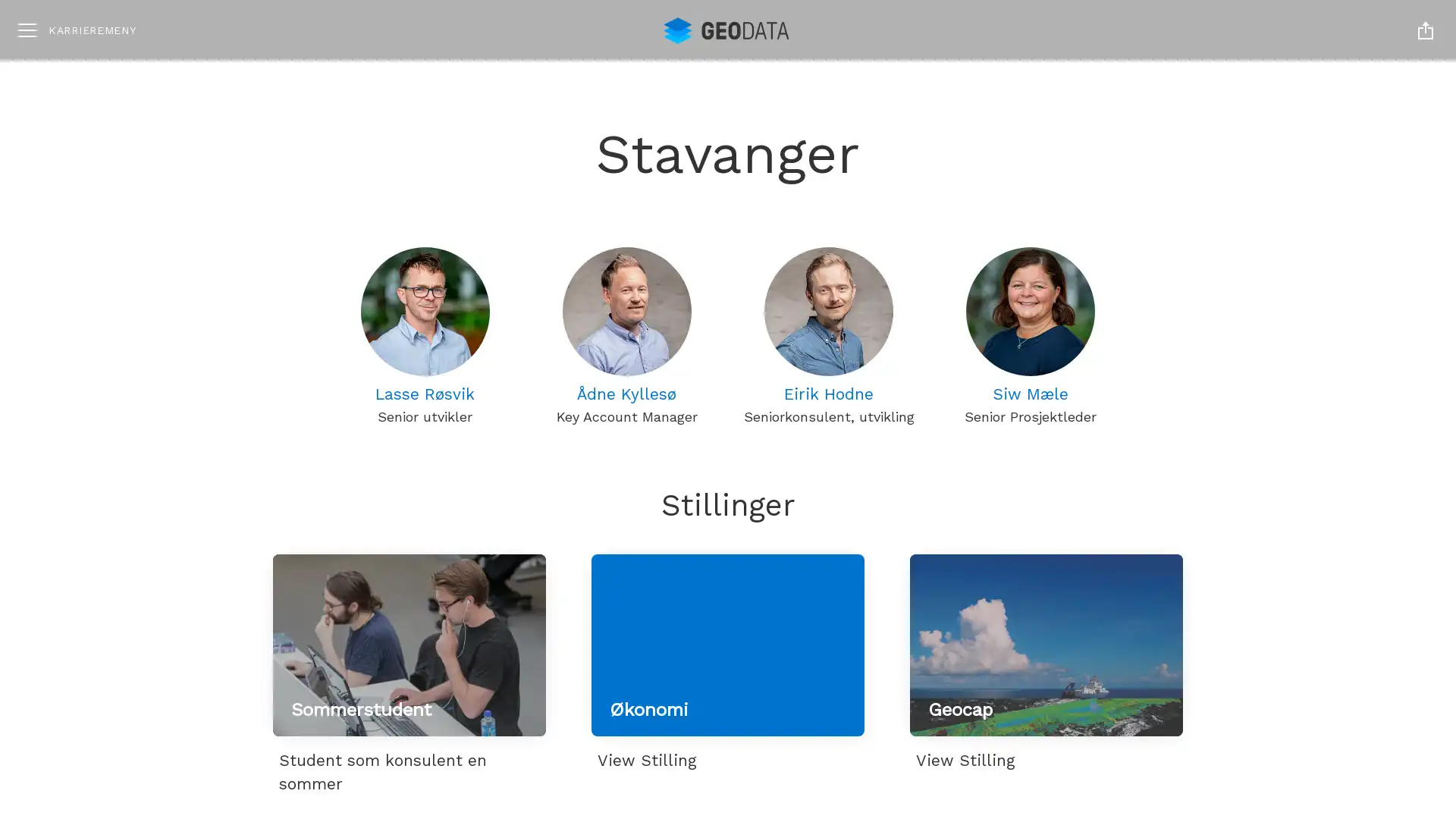 This screenshot has width=1456, height=819. Describe the element at coordinates (1425, 30) in the screenshot. I see `Del side` at that location.